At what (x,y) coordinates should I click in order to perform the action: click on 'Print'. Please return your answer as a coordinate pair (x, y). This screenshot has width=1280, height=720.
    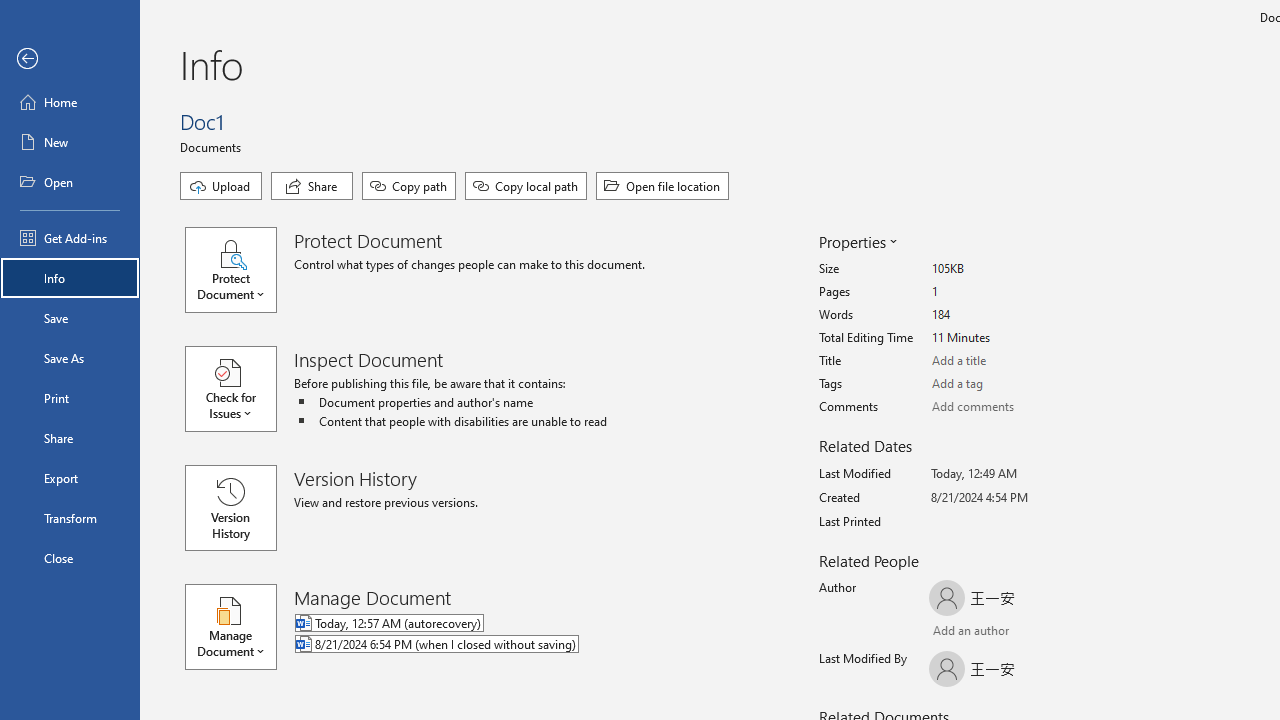
    Looking at the image, I should click on (69, 398).